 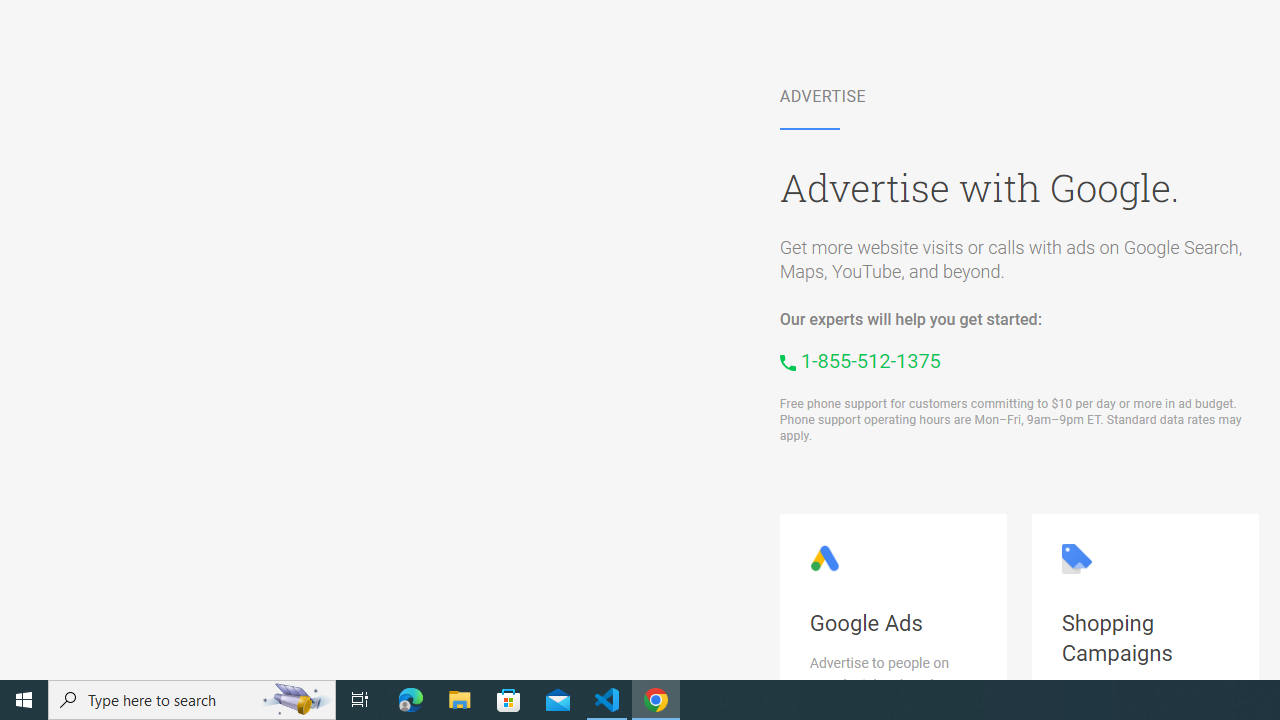 What do you see at coordinates (824, 559) in the screenshot?
I see `'Google Ads logo'` at bounding box center [824, 559].